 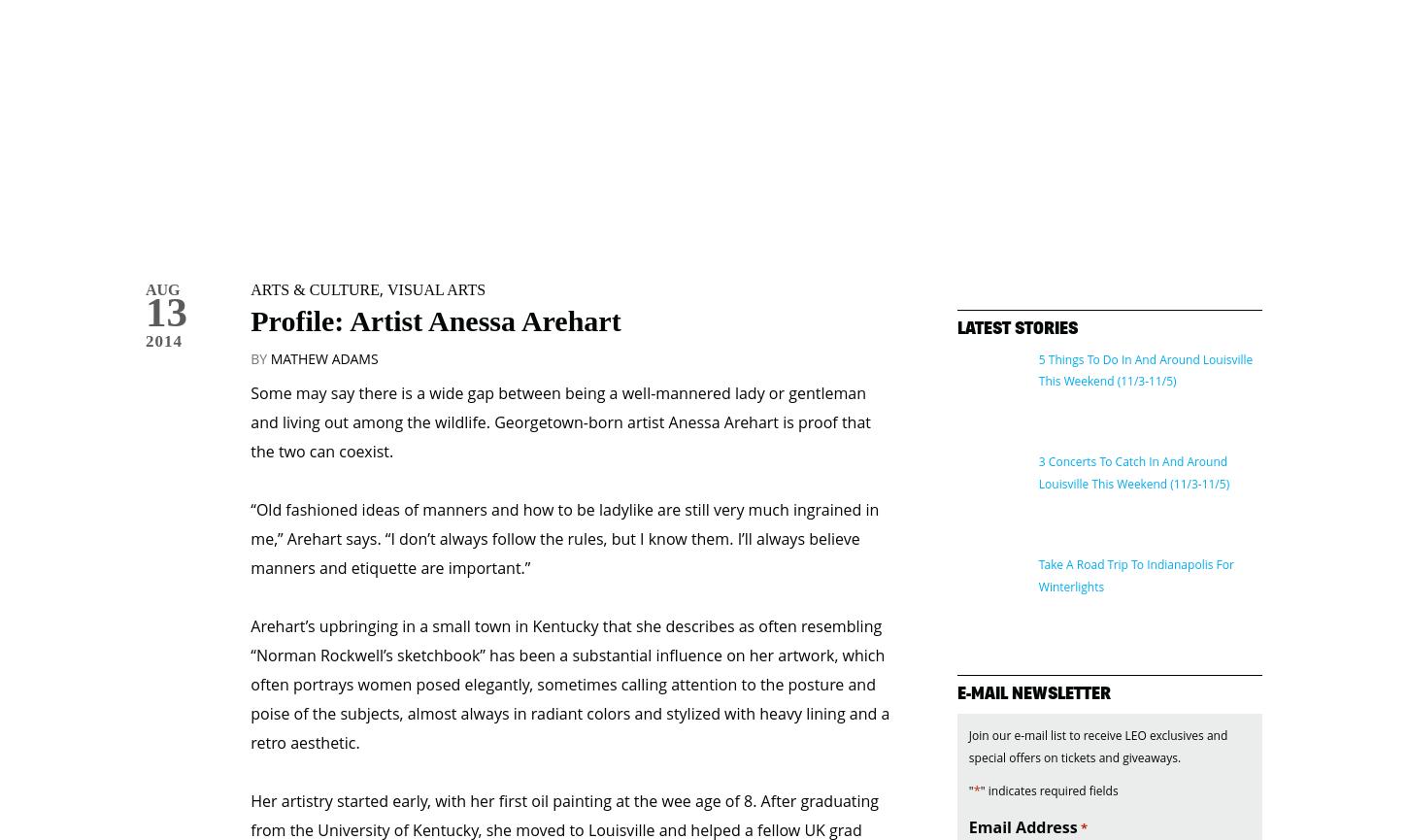 What do you see at coordinates (968, 708) in the screenshot?
I see `'"'` at bounding box center [968, 708].